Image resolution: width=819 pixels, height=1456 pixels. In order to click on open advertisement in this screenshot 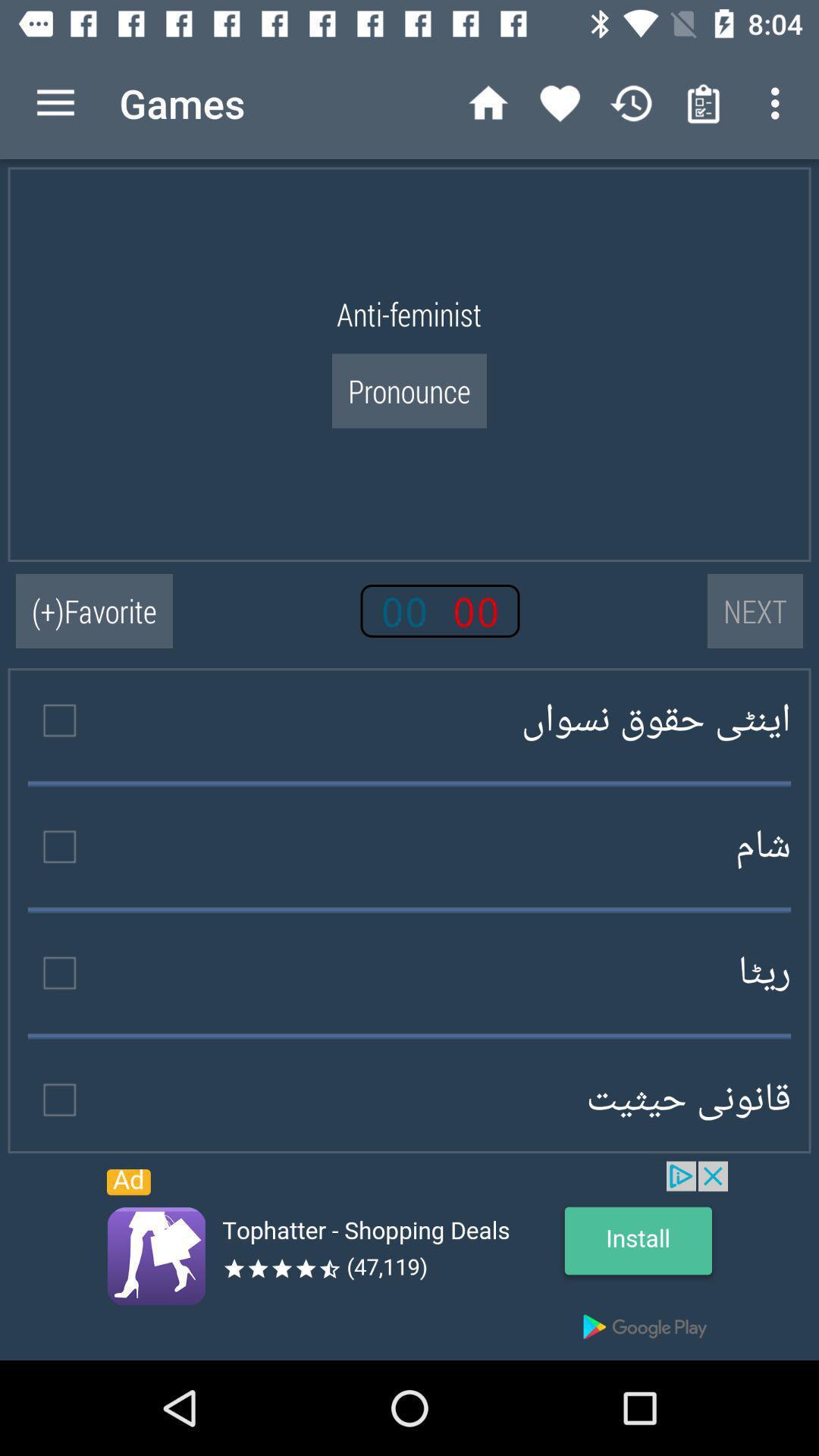, I will do `click(409, 1260)`.